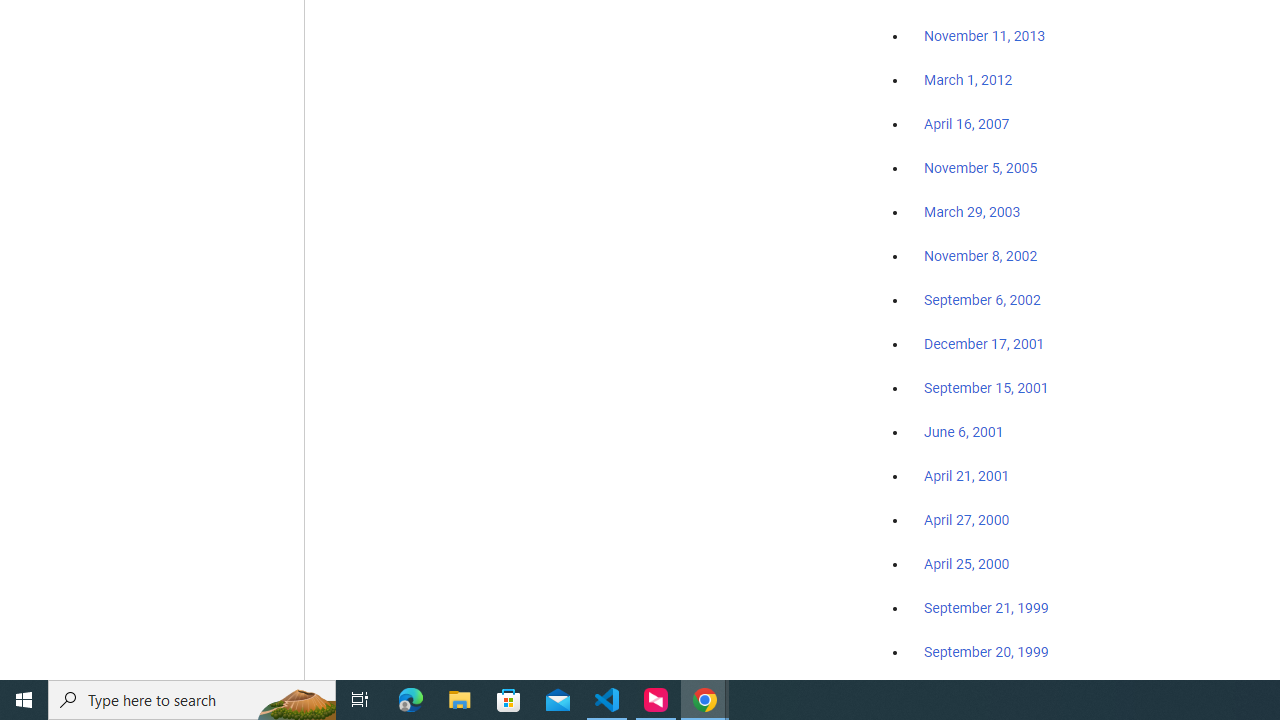  Describe the element at coordinates (967, 124) in the screenshot. I see `'April 16, 2007'` at that location.